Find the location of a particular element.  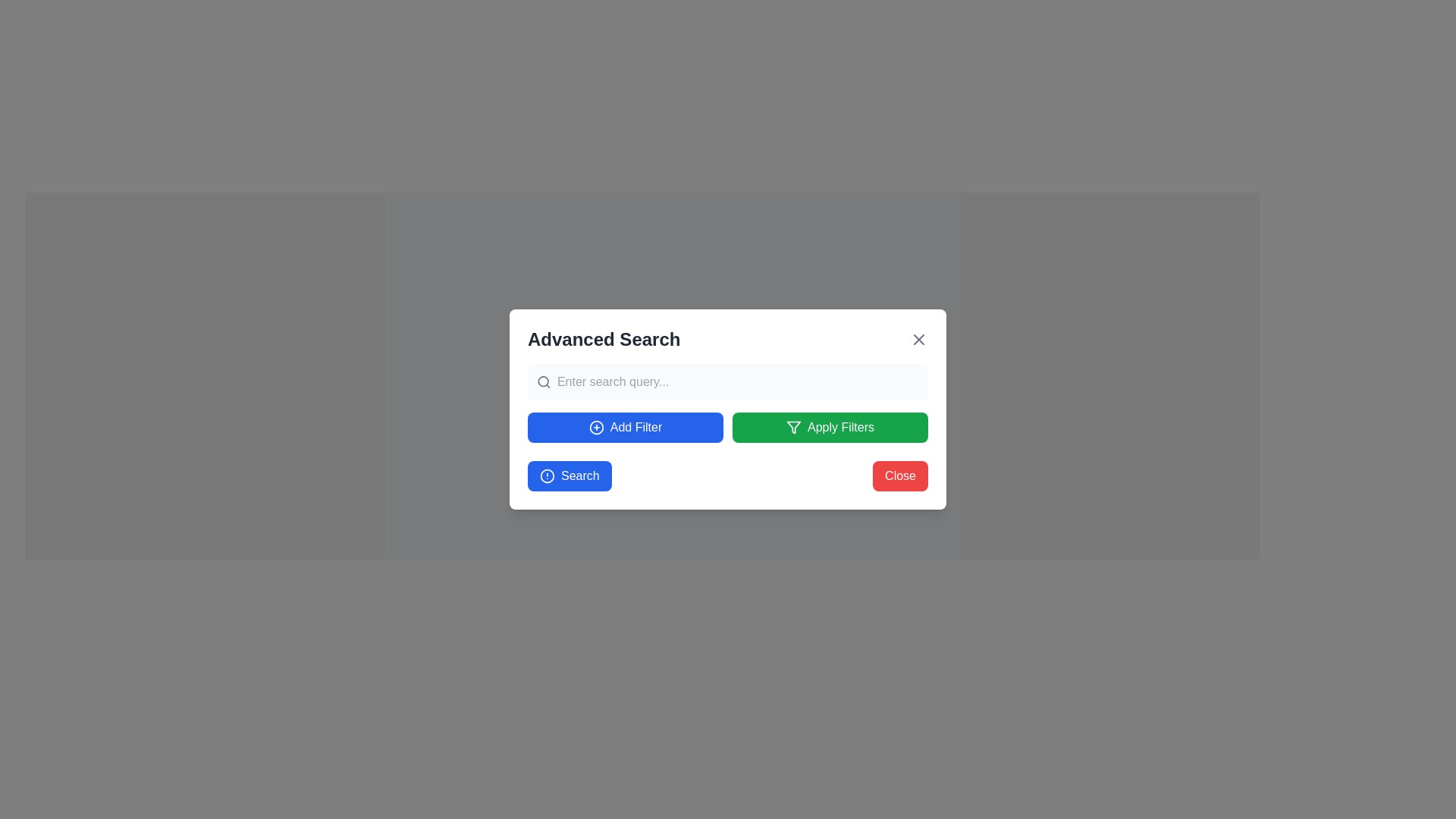

the green 'Apply Filters' button with rounded corners located in the 'Advanced Search' dialog box to apply filters is located at coordinates (829, 427).